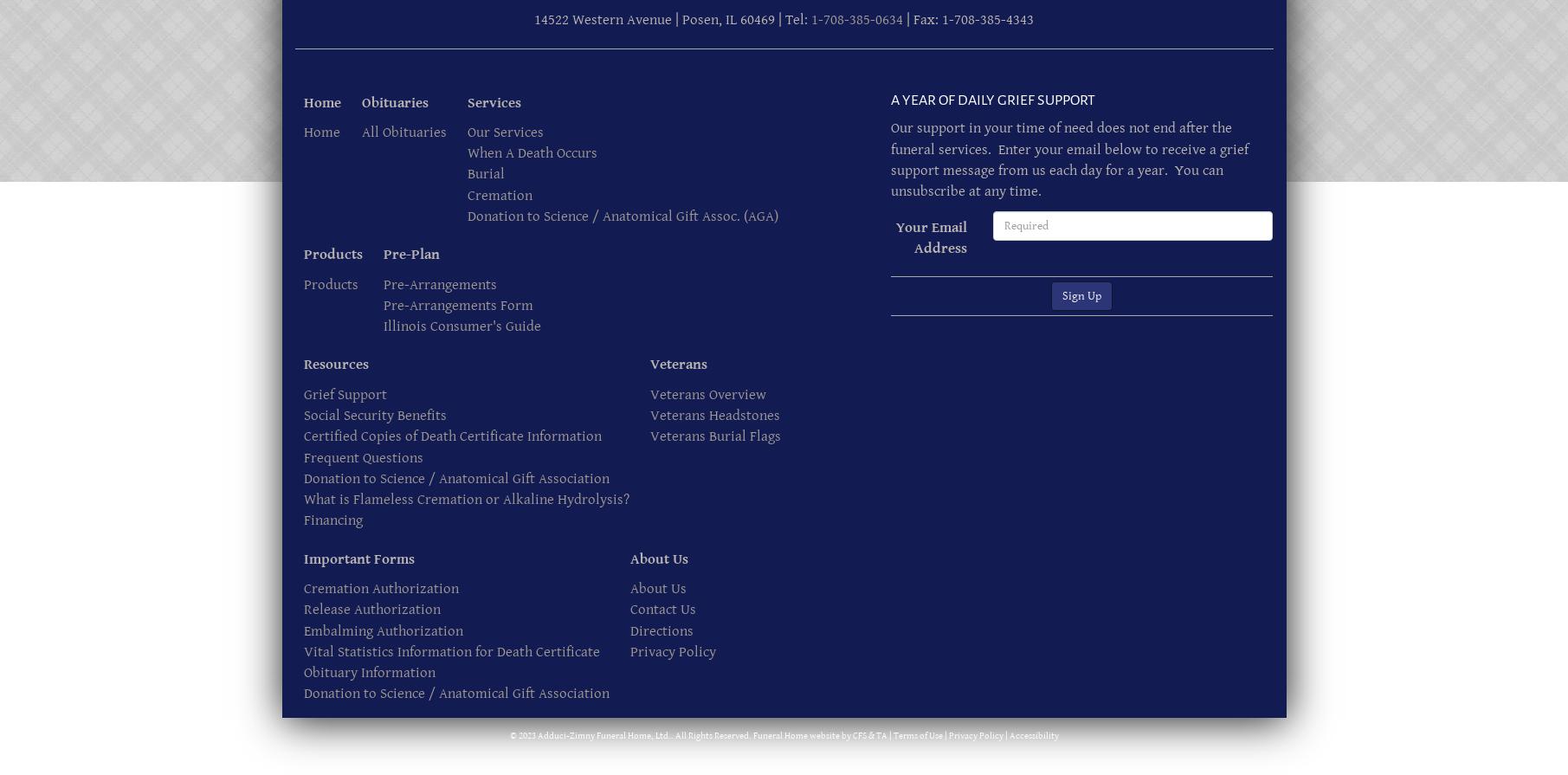  I want to click on '&', so click(869, 733).